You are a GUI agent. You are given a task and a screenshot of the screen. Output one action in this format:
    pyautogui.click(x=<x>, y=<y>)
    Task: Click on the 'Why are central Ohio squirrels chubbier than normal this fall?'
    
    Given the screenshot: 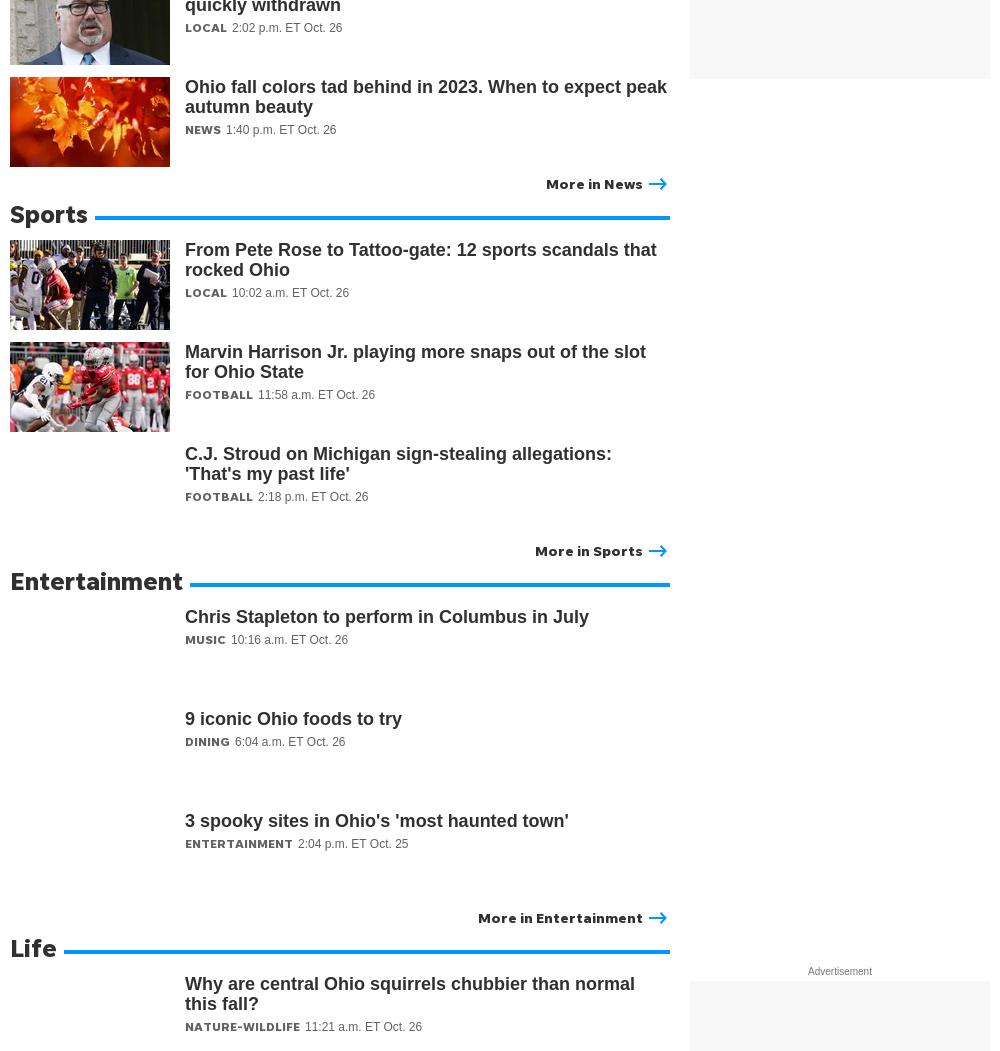 What is the action you would take?
    pyautogui.click(x=410, y=994)
    